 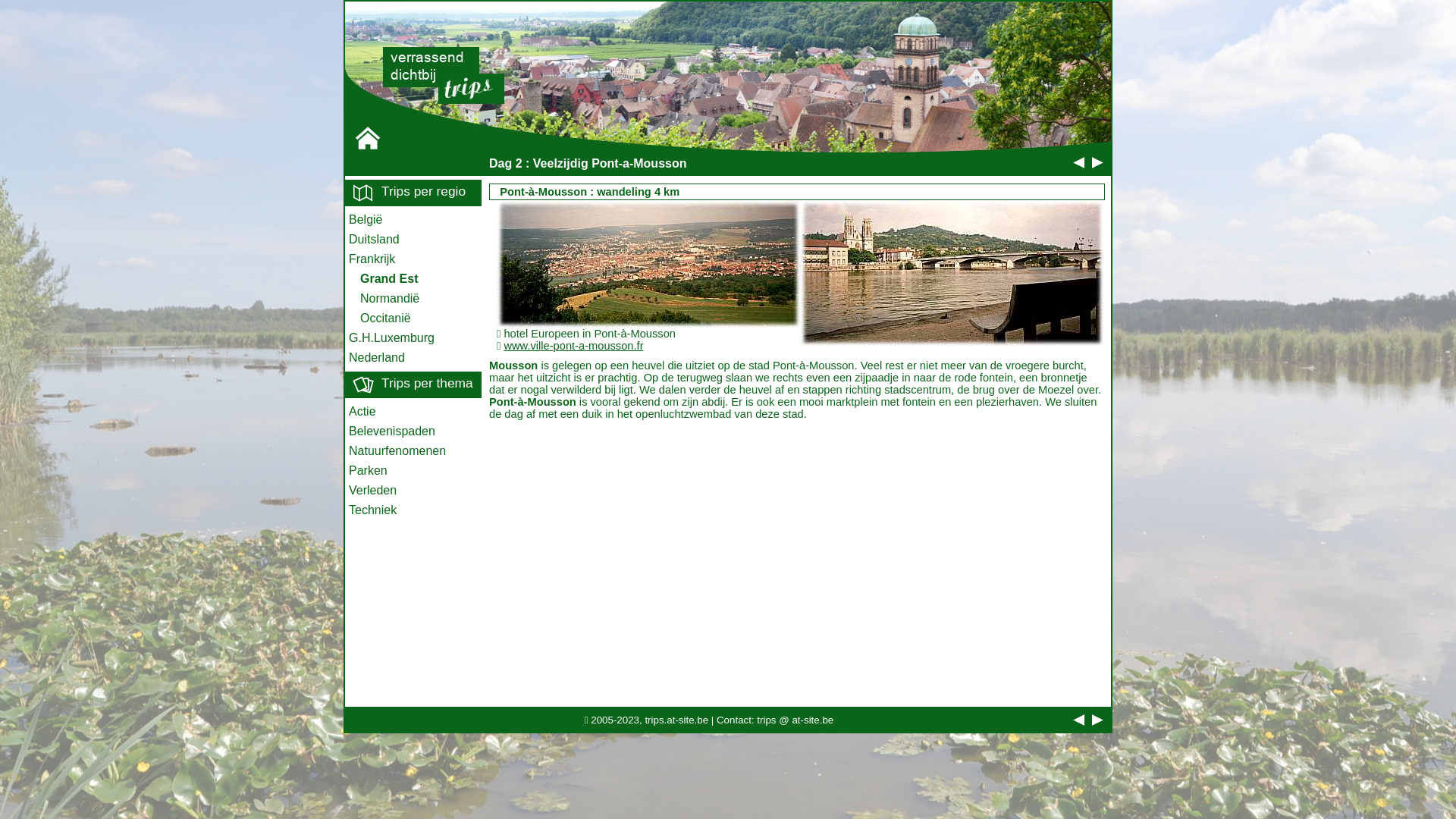 What do you see at coordinates (344, 239) in the screenshot?
I see `'Duitsland'` at bounding box center [344, 239].